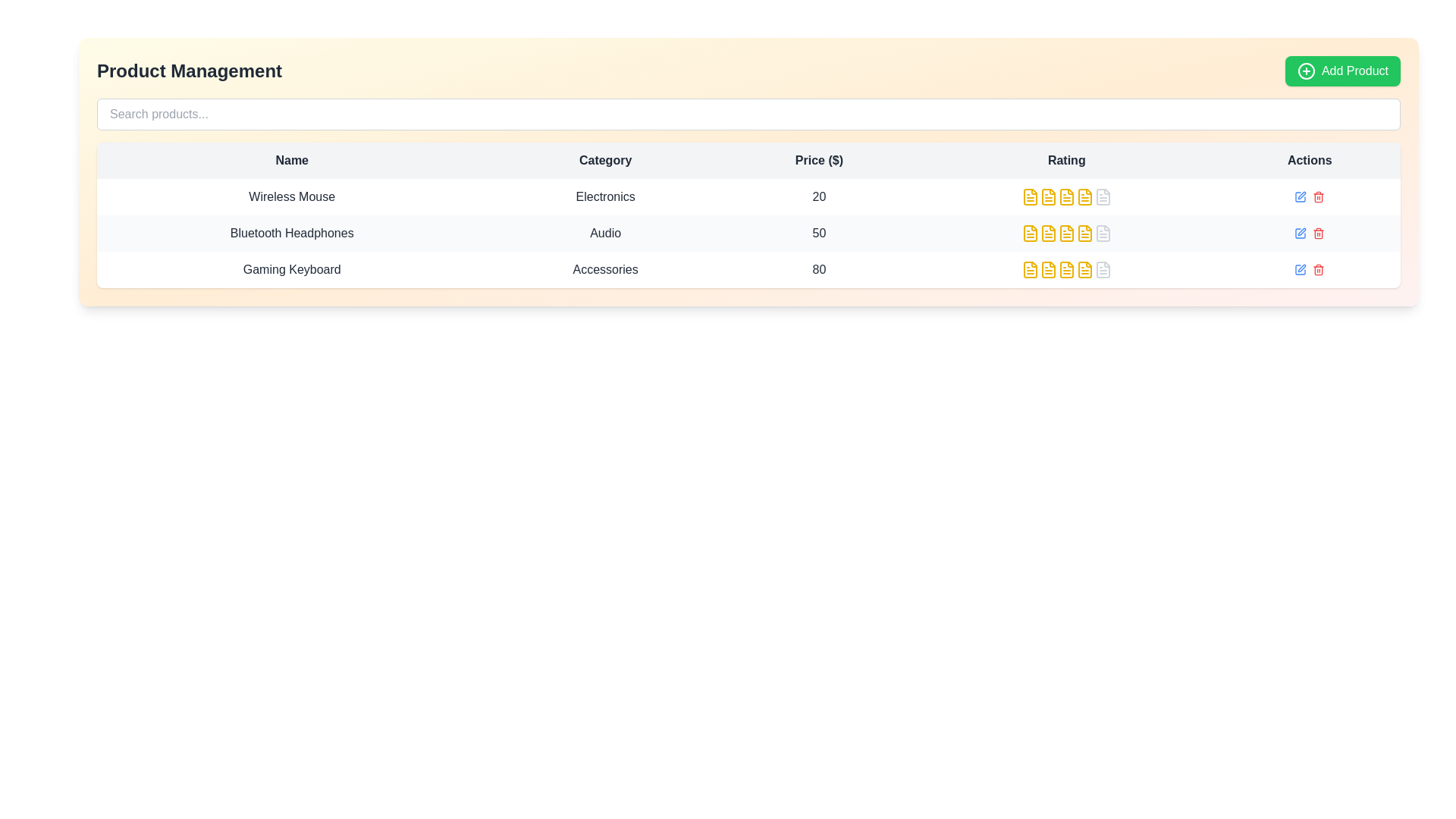 The height and width of the screenshot is (819, 1456). What do you see at coordinates (1300, 268) in the screenshot?
I see `the blue edit icon resembling a pen located at the far right of the 'Actions' column in the third row of the table` at bounding box center [1300, 268].